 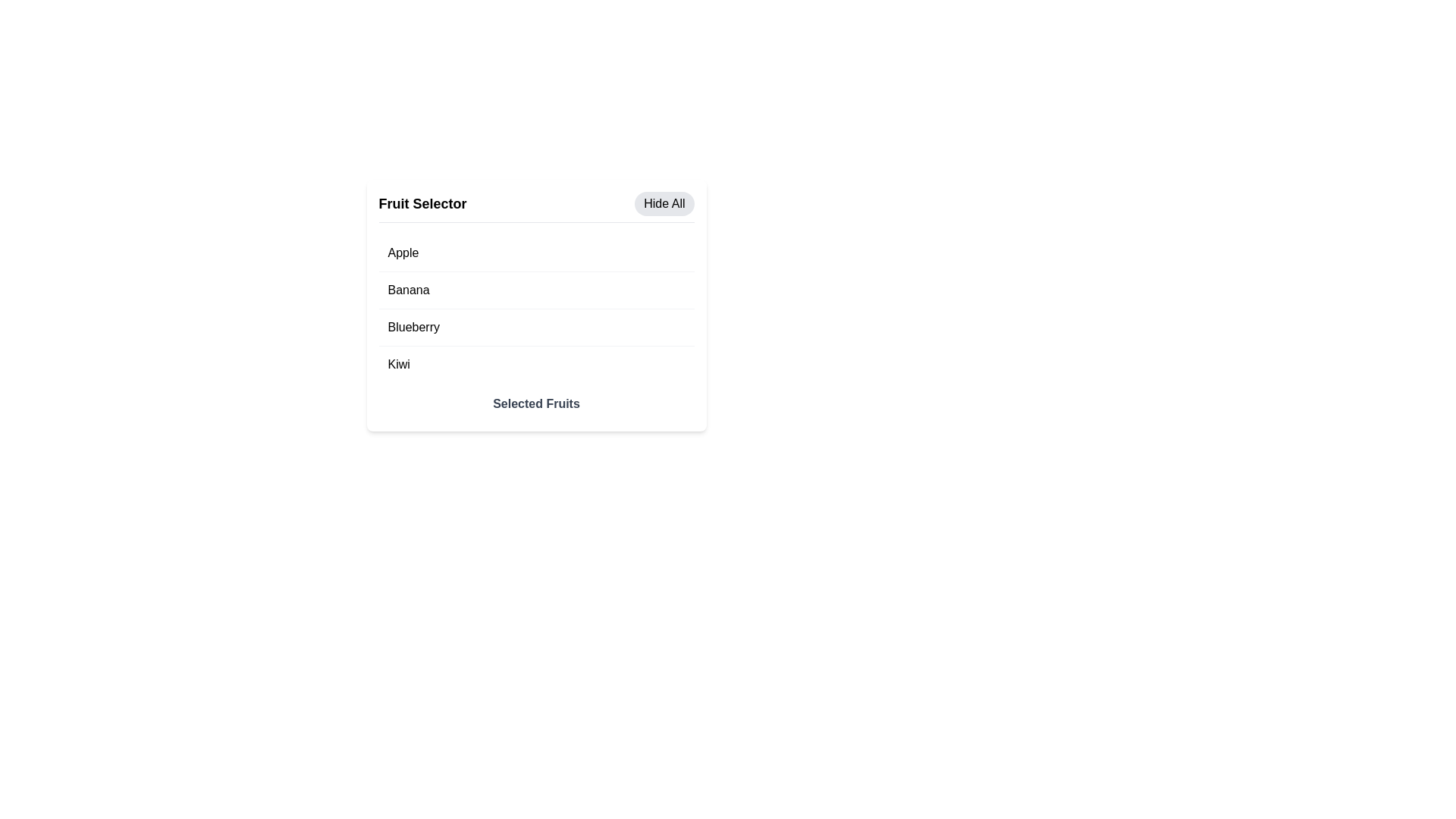 I want to click on the text label containing the word 'Apple', which is the first item in the list under the heading 'Fruit Selector', so click(x=403, y=253).